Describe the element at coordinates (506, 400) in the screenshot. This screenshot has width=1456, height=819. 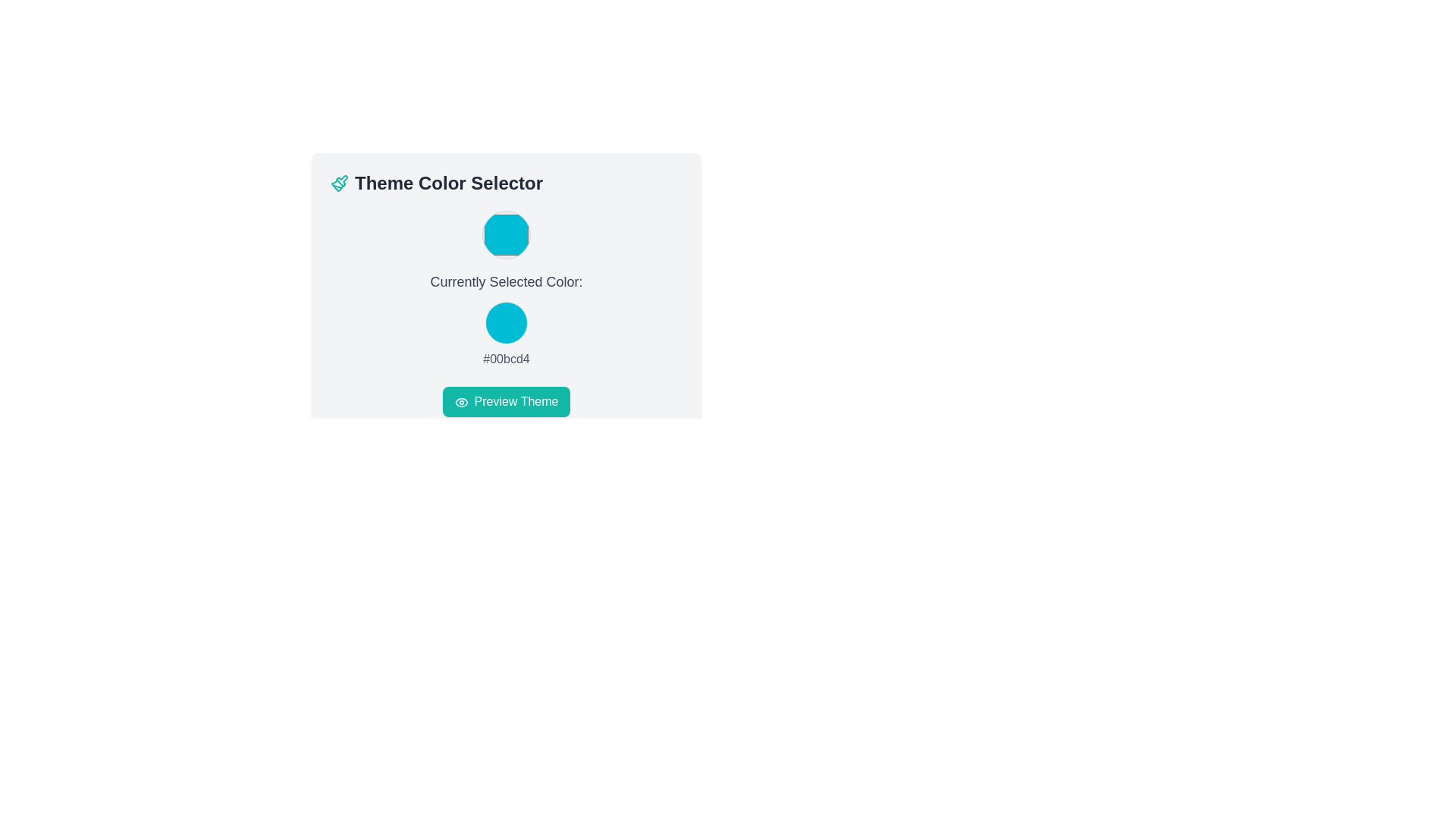
I see `the rectangular button with rounded corners featuring a teal background and white text that says 'Preview Theme' to observe potential hover effects` at that location.